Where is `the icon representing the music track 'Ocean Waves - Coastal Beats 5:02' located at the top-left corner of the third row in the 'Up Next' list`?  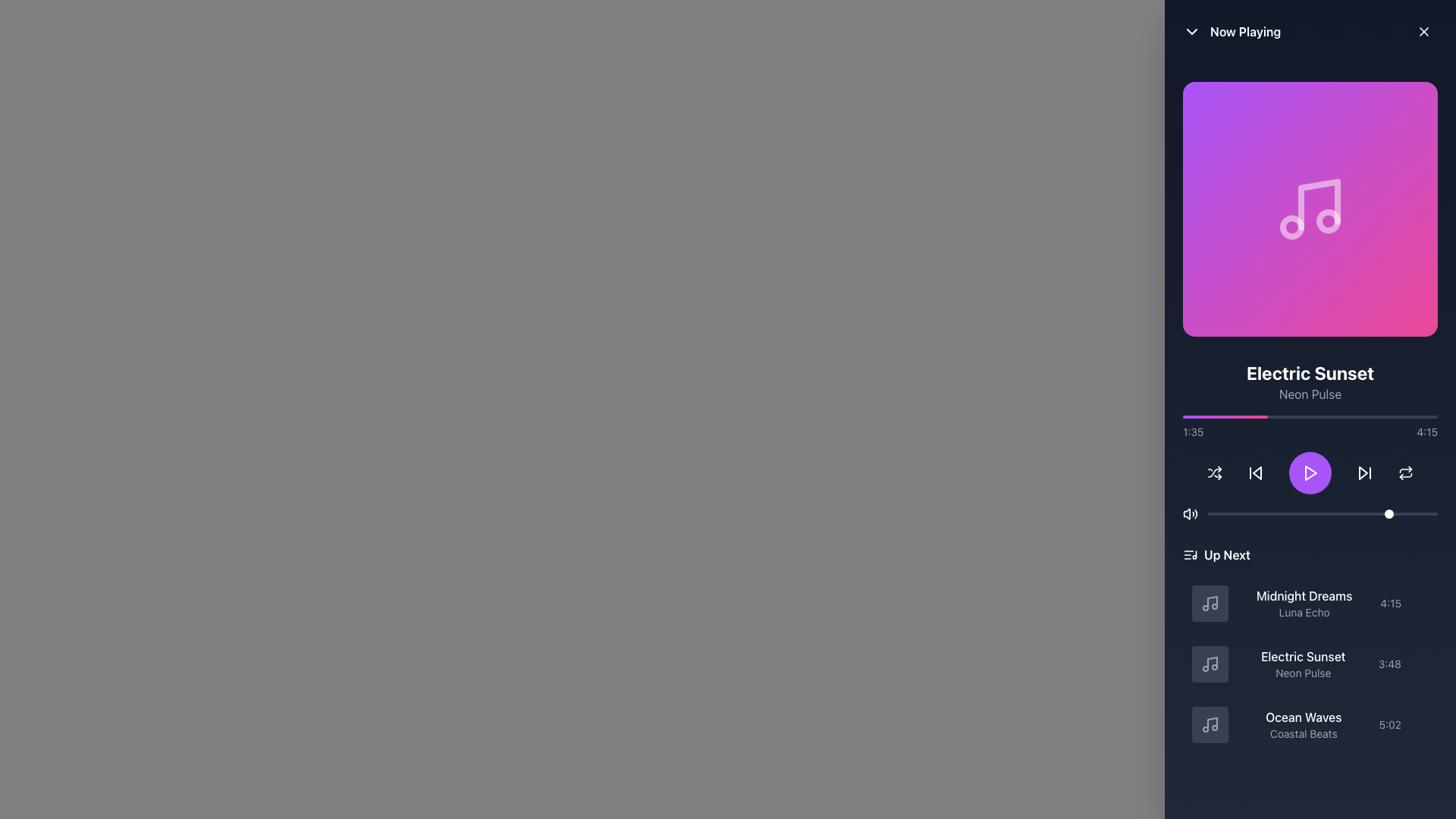 the icon representing the music track 'Ocean Waves - Coastal Beats 5:02' located at the top-left corner of the third row in the 'Up Next' list is located at coordinates (1210, 724).